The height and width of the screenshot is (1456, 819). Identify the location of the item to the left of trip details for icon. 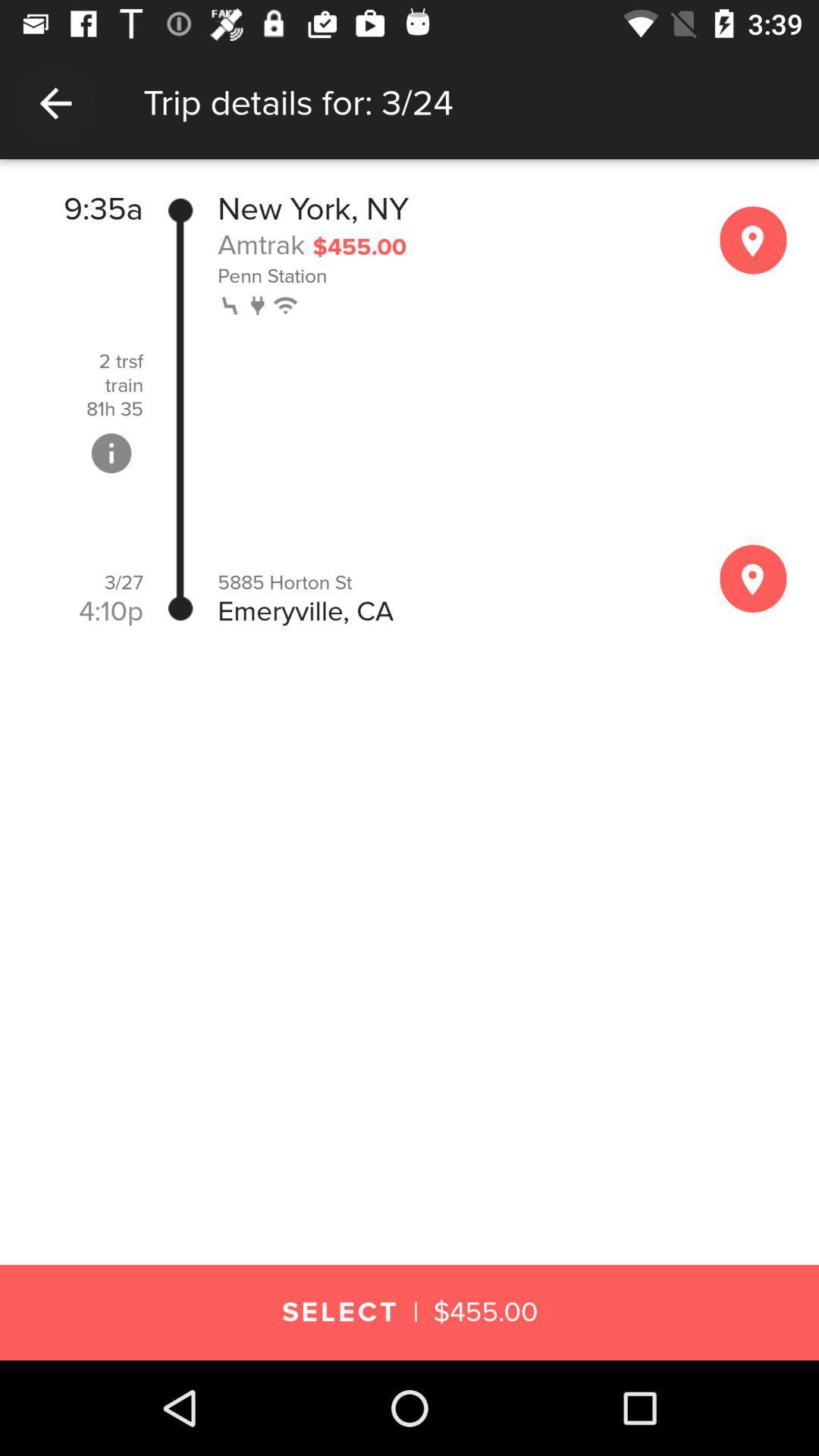
(55, 102).